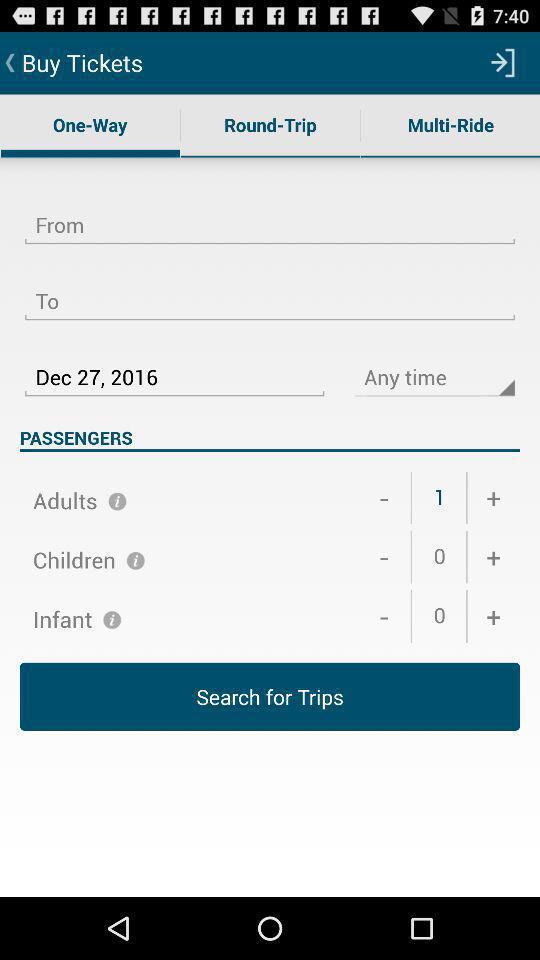 This screenshot has width=540, height=960. Describe the element at coordinates (270, 696) in the screenshot. I see `the item below + icon` at that location.